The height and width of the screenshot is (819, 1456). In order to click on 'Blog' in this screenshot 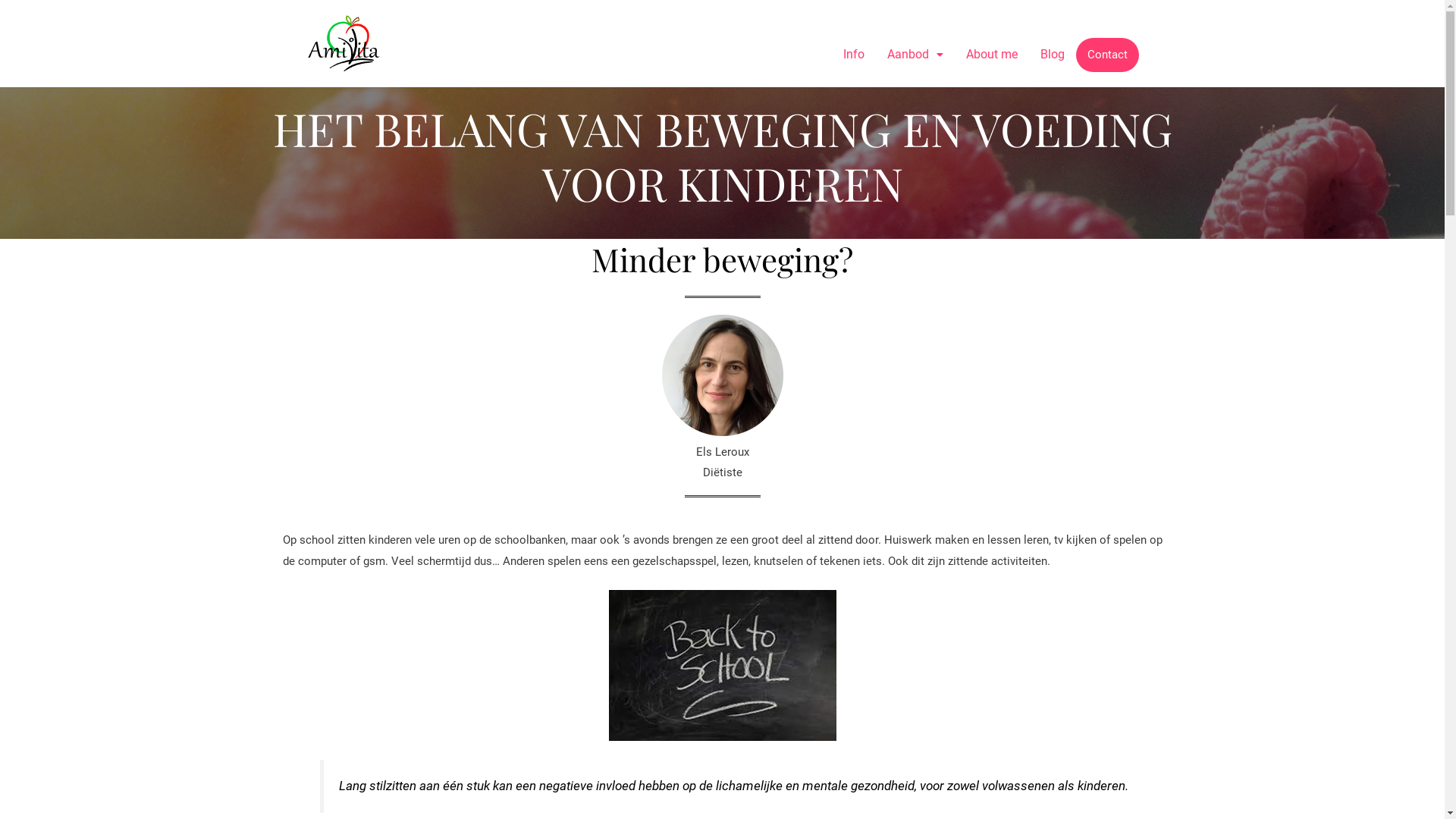, I will do `click(1051, 54)`.